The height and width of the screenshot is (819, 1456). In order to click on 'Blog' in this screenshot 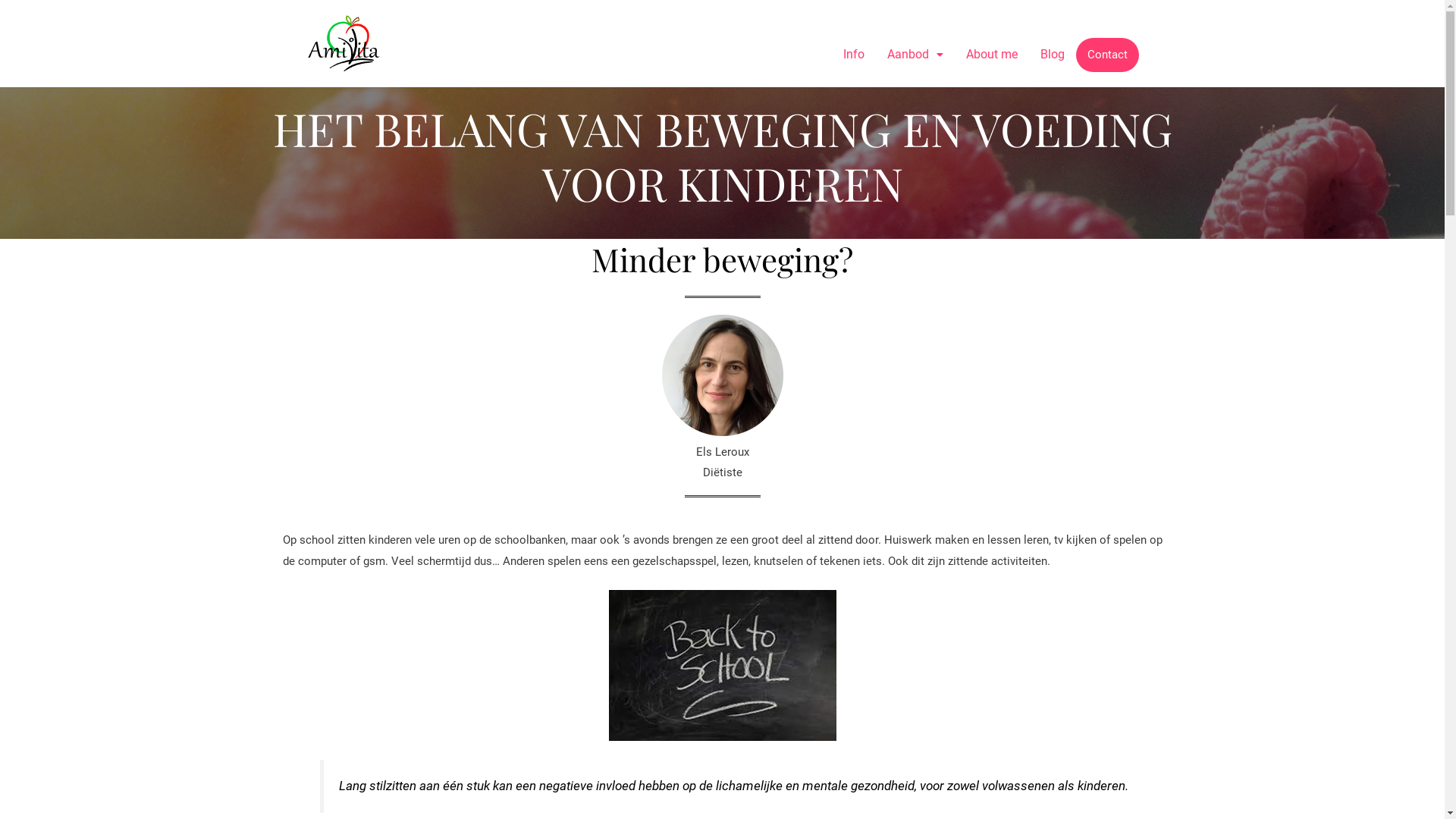, I will do `click(1051, 54)`.